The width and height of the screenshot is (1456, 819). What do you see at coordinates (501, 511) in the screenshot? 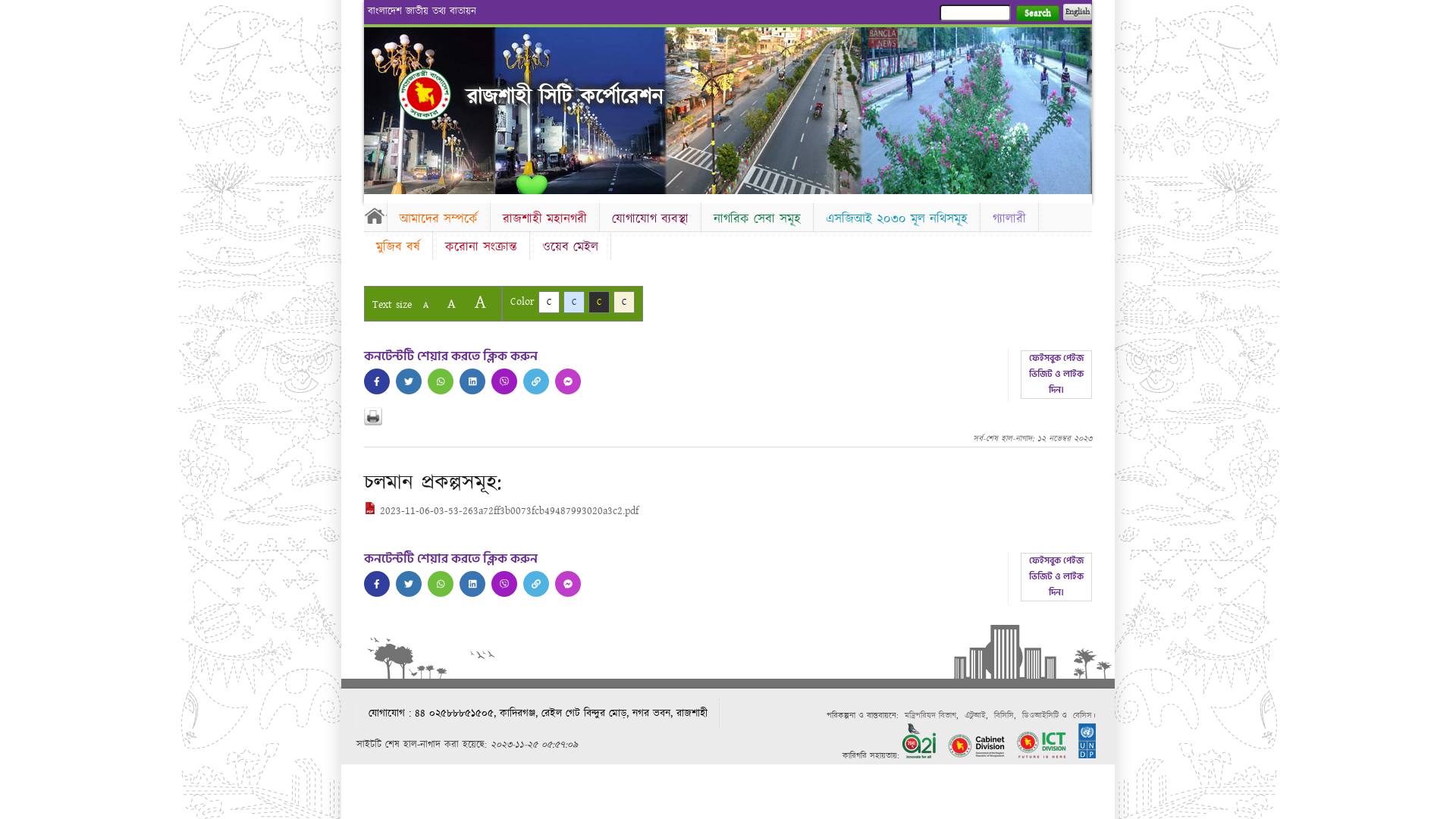
I see `'2023-11-06-03-53-263a72ff3b0073fcb49487993020a3c2.pdf'` at bounding box center [501, 511].